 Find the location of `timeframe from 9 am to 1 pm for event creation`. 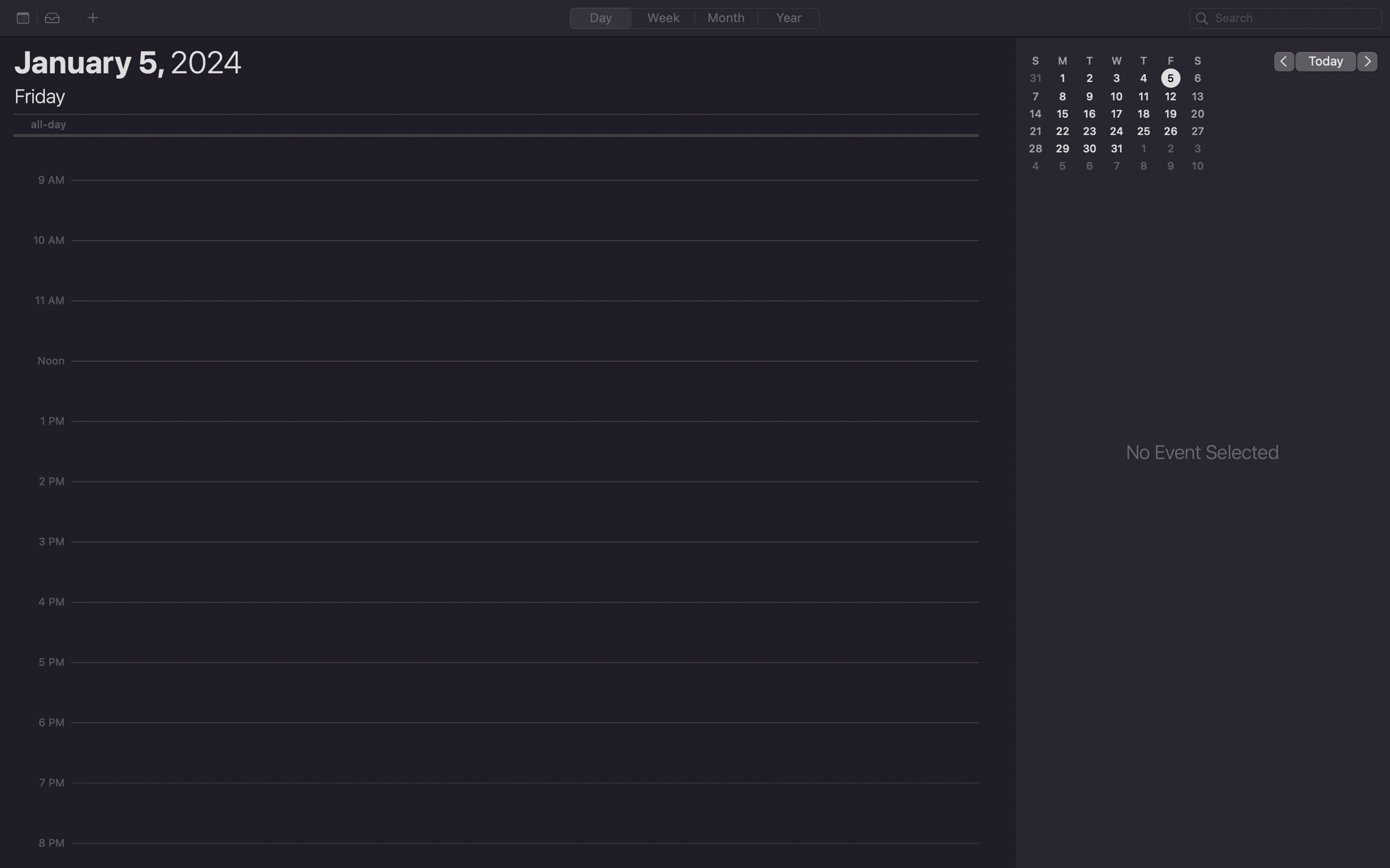

timeframe from 9 am to 1 pm for event creation is located at coordinates (528, 185).